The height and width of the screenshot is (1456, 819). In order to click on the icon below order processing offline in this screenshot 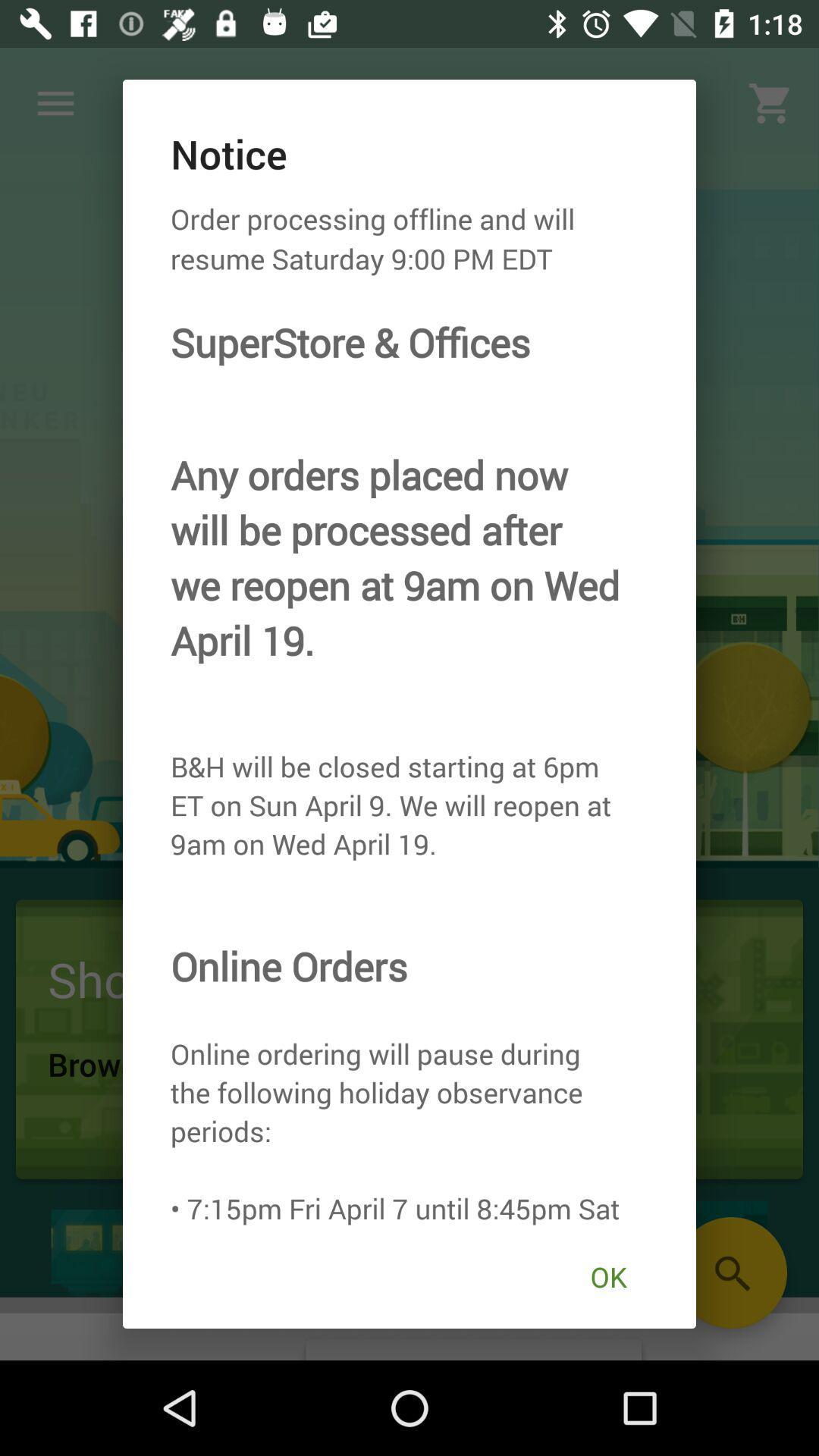, I will do `click(607, 1276)`.